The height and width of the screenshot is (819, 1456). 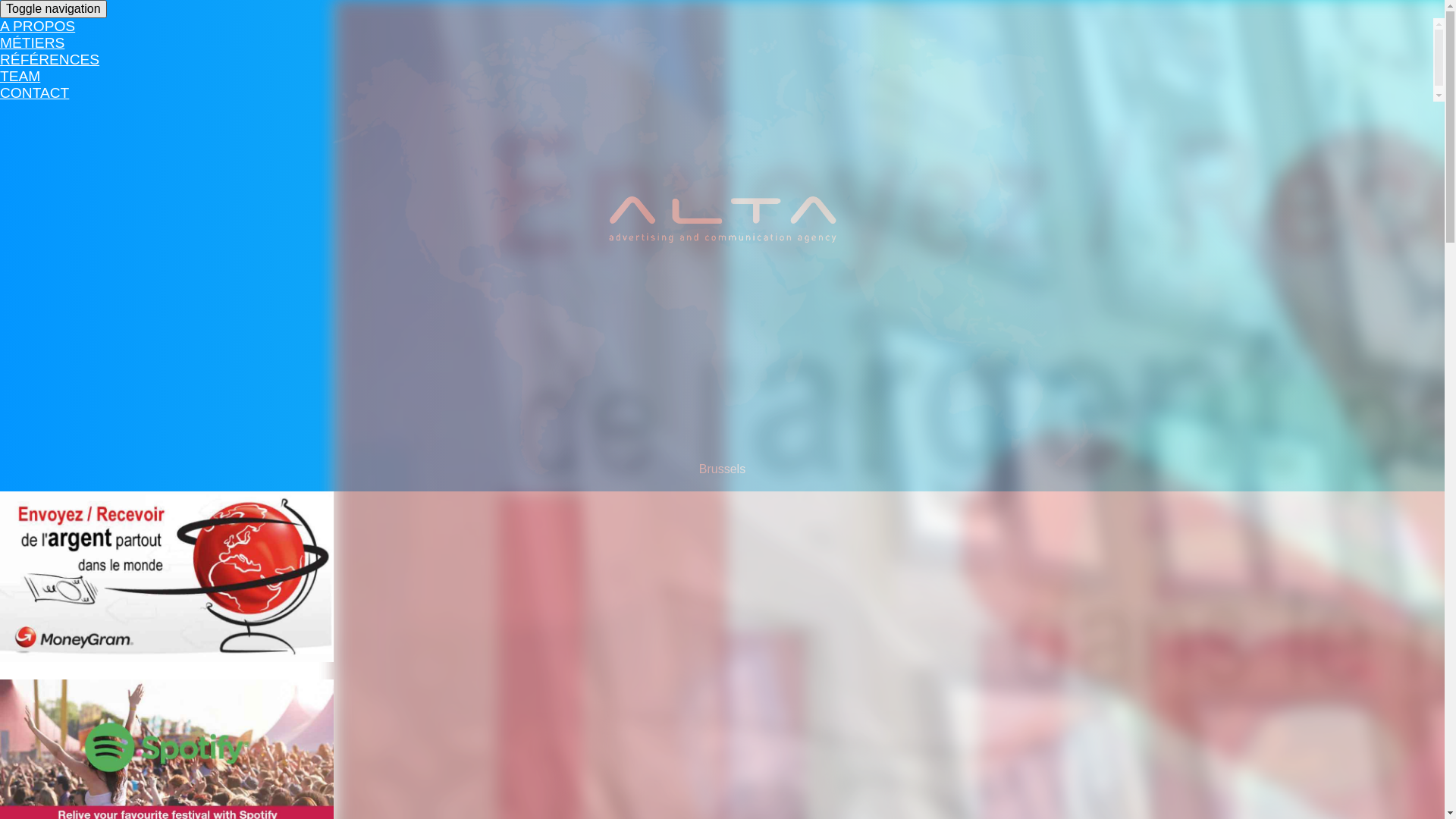 I want to click on 'CONTACT', so click(x=34, y=96).